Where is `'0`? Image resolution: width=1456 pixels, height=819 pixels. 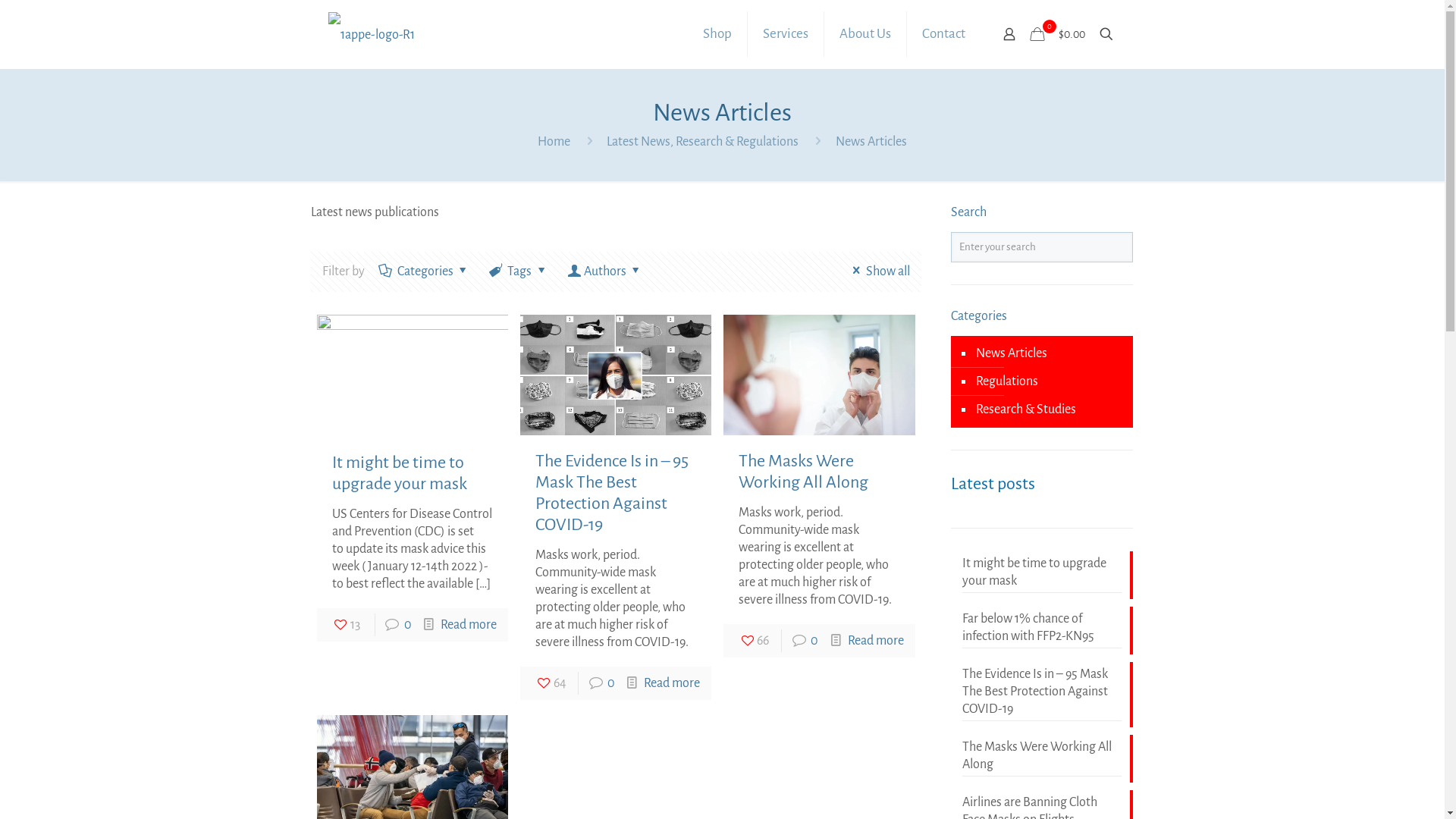
'0 is located at coordinates (1057, 34).